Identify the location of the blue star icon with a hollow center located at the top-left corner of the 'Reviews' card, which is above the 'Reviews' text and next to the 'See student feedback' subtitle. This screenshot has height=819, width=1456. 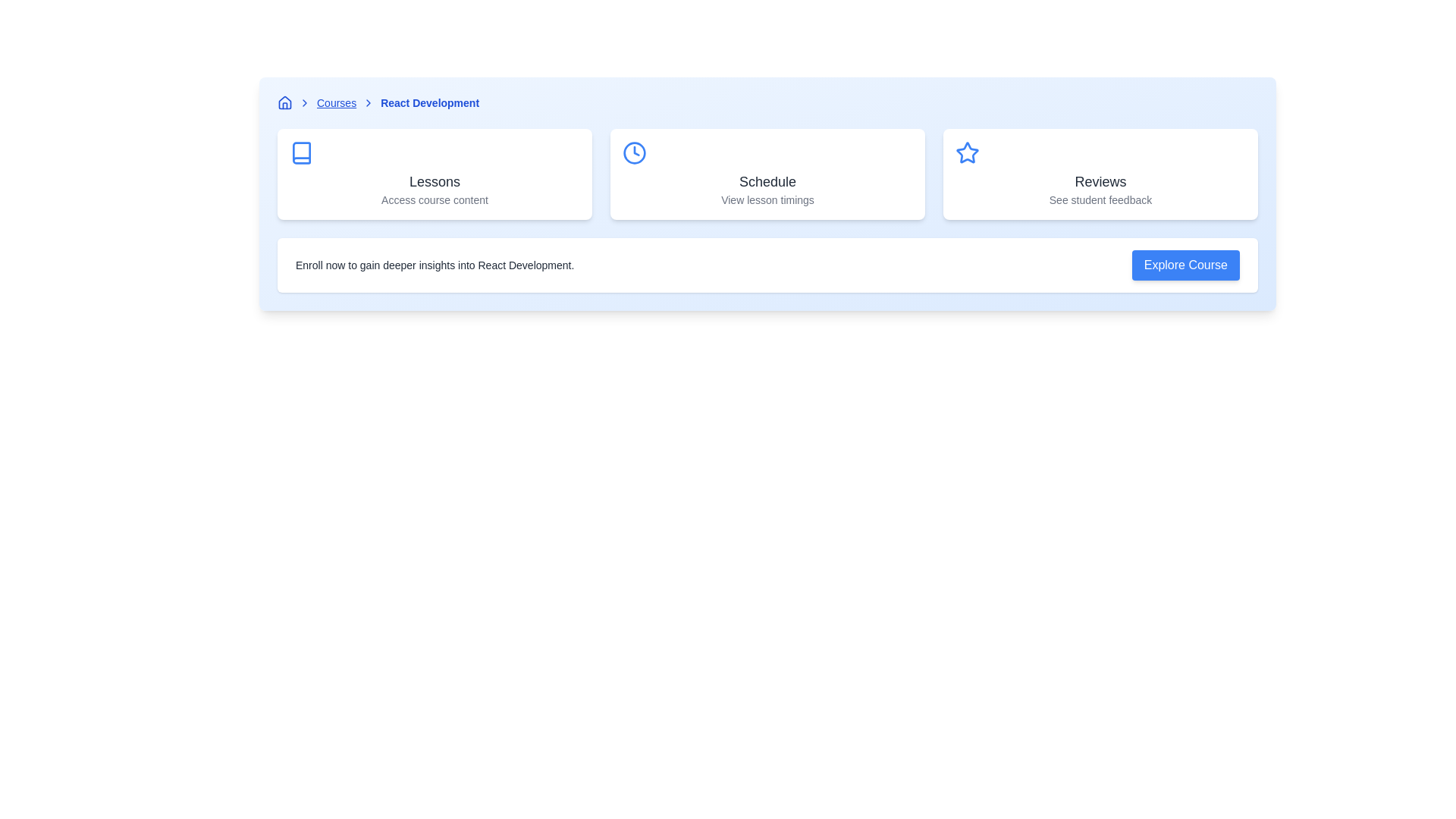
(967, 152).